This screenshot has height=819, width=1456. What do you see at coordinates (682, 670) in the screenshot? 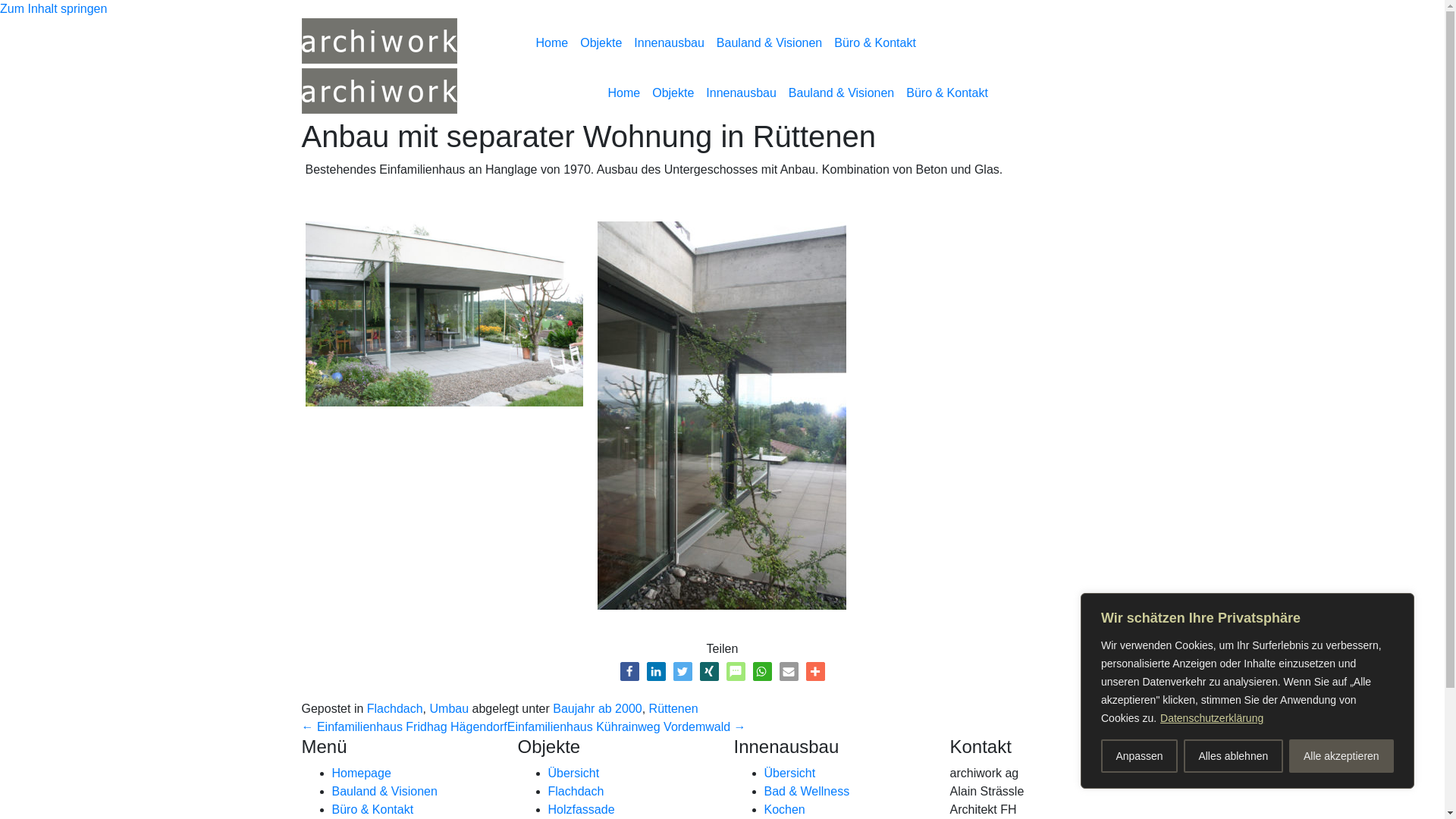
I see `'Bei Twitter teilen'` at bounding box center [682, 670].